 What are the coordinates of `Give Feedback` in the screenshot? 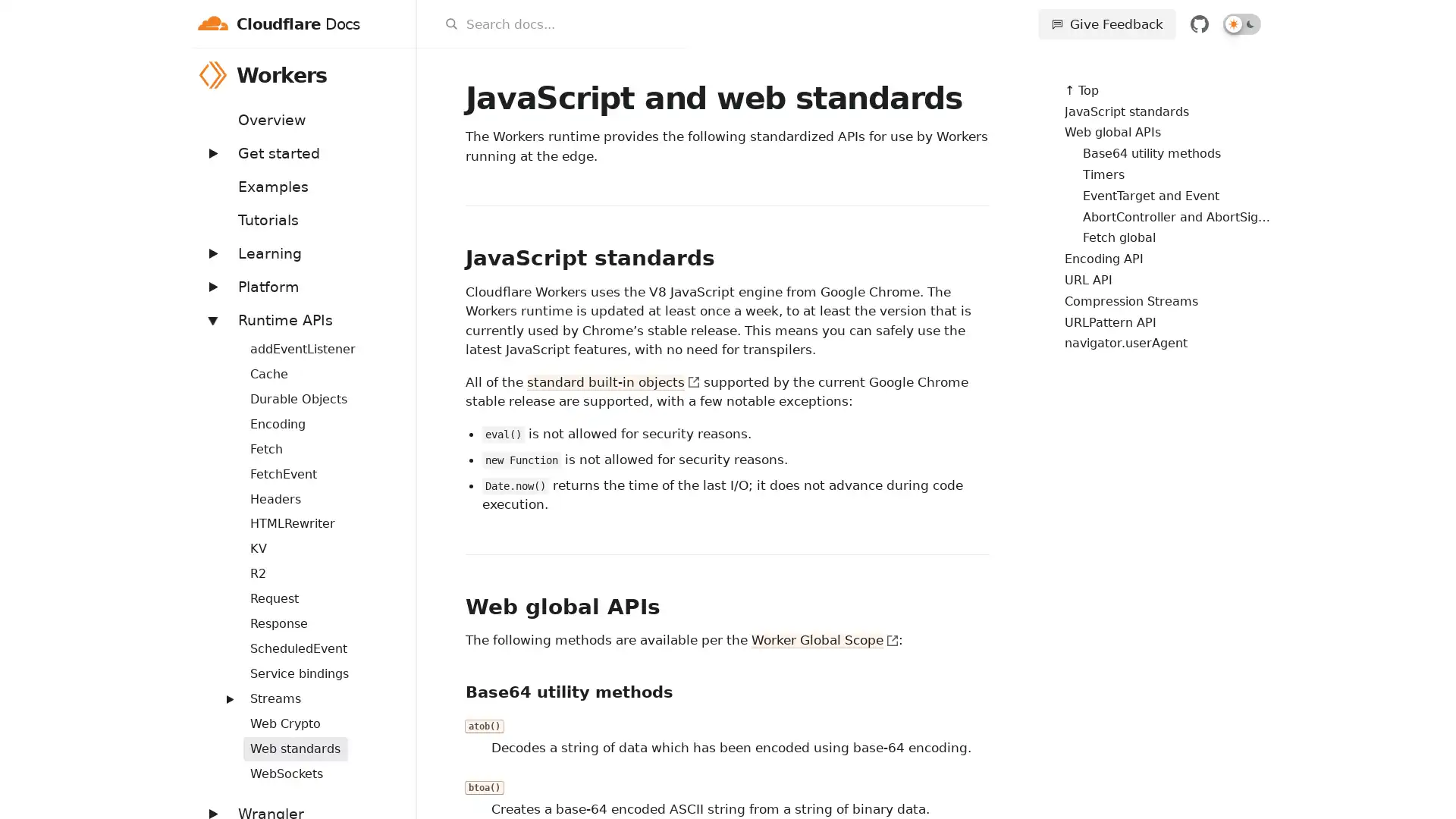 It's located at (1106, 24).